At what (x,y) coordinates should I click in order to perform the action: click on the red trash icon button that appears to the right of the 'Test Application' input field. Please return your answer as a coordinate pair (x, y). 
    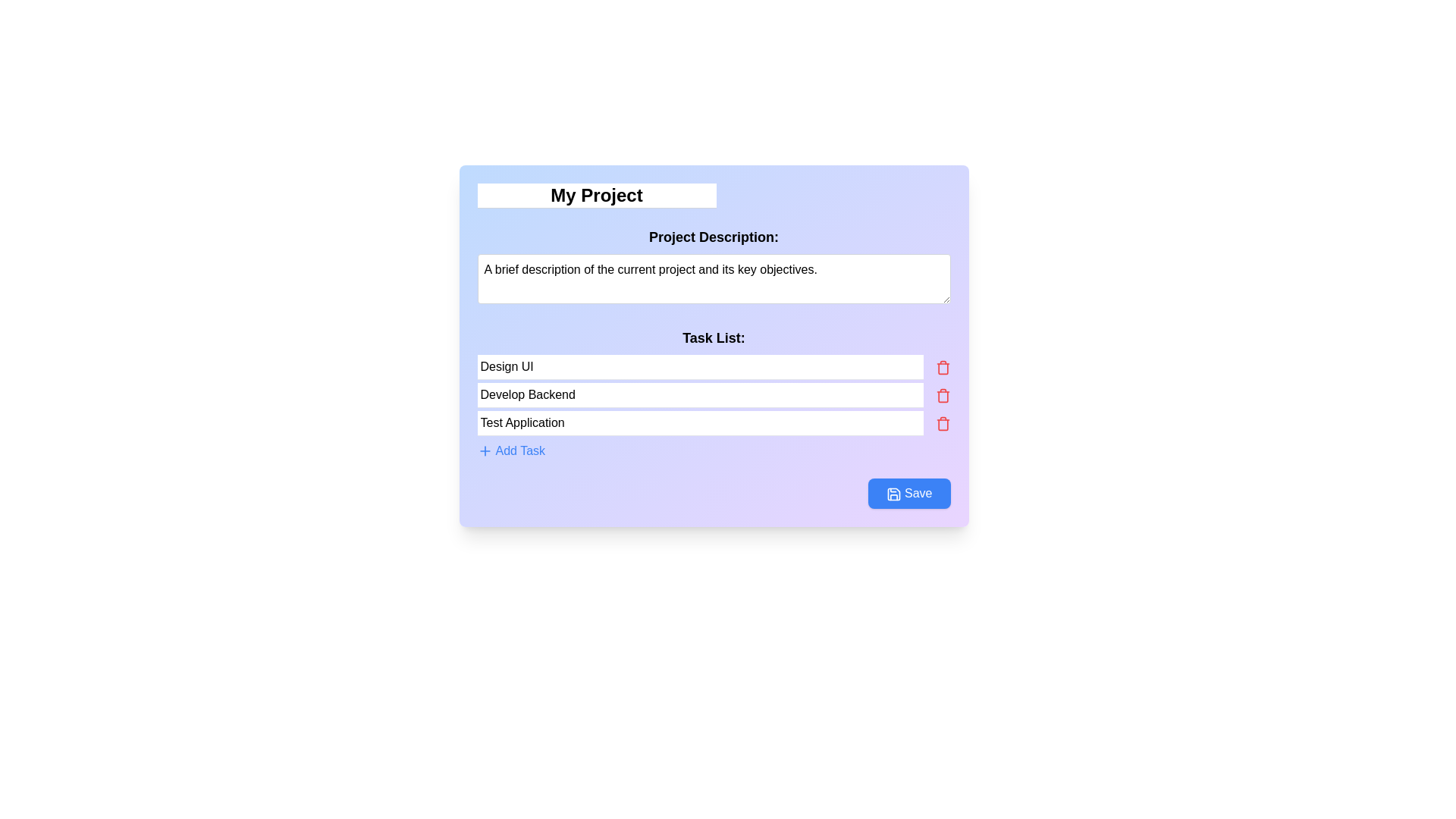
    Looking at the image, I should click on (942, 423).